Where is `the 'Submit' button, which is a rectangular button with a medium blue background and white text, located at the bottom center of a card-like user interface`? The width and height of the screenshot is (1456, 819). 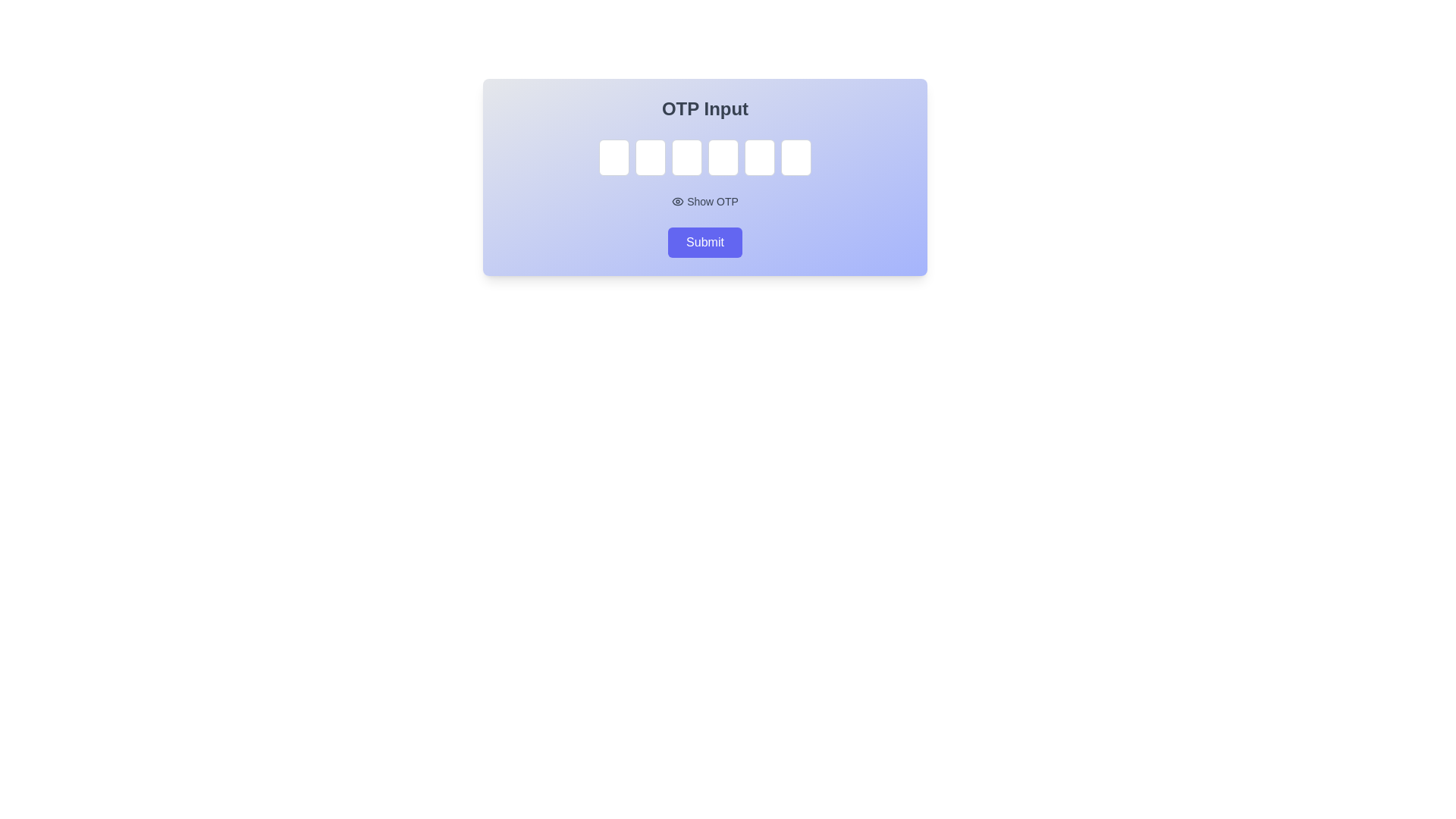
the 'Submit' button, which is a rectangular button with a medium blue background and white text, located at the bottom center of a card-like user interface is located at coordinates (704, 242).